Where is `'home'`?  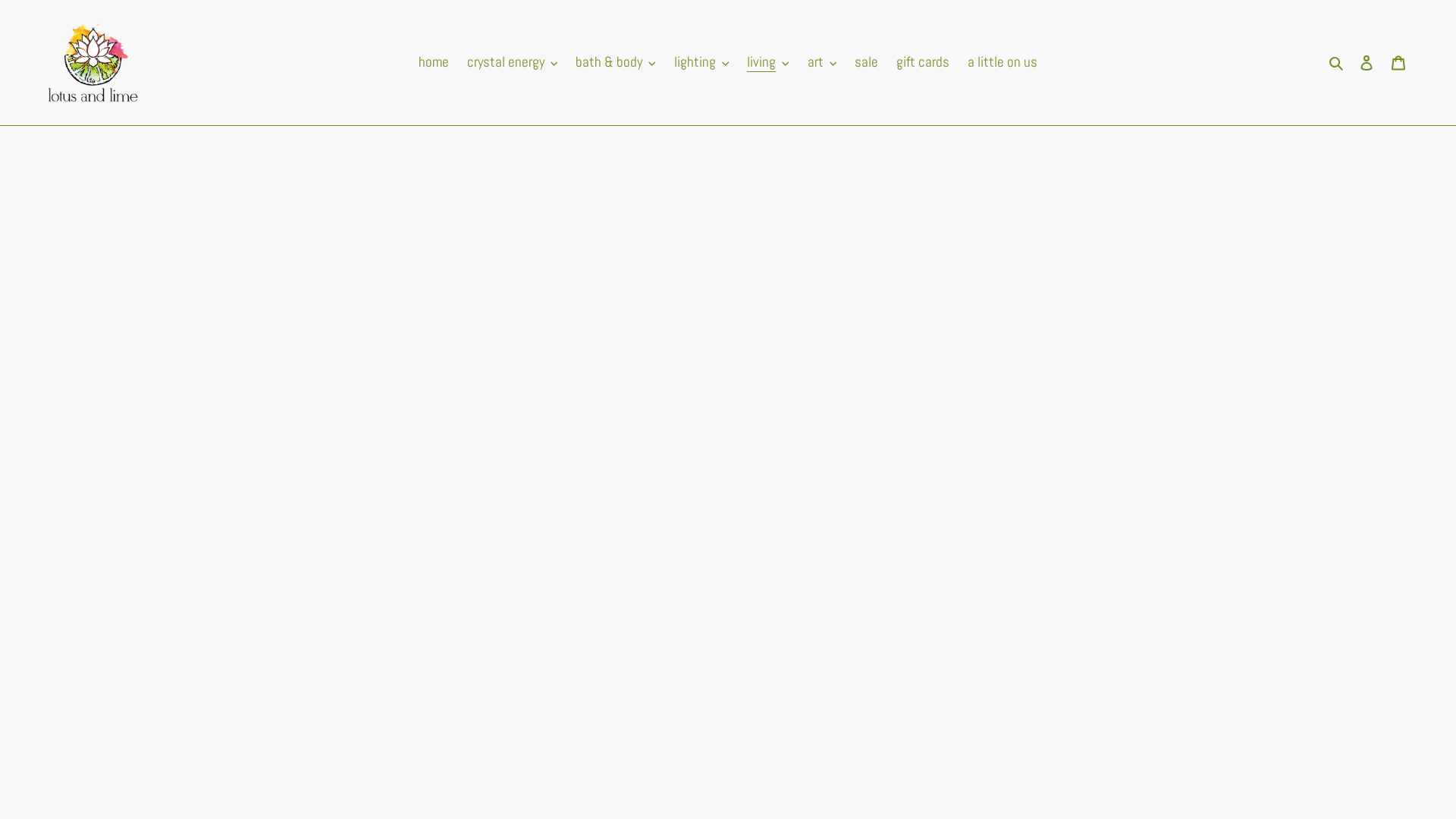 'home' is located at coordinates (432, 61).